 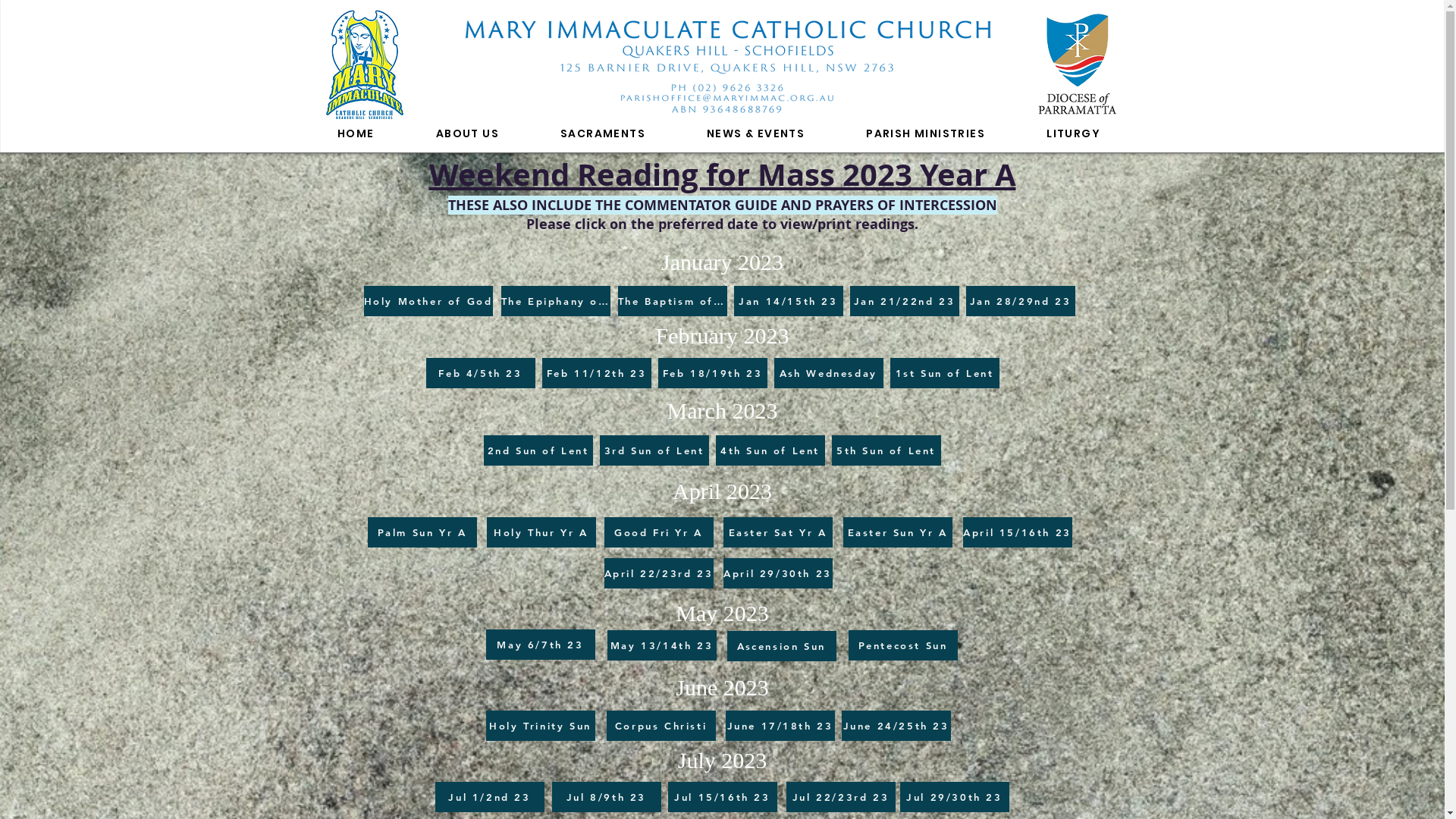 I want to click on 'HOME', so click(x=356, y=133).